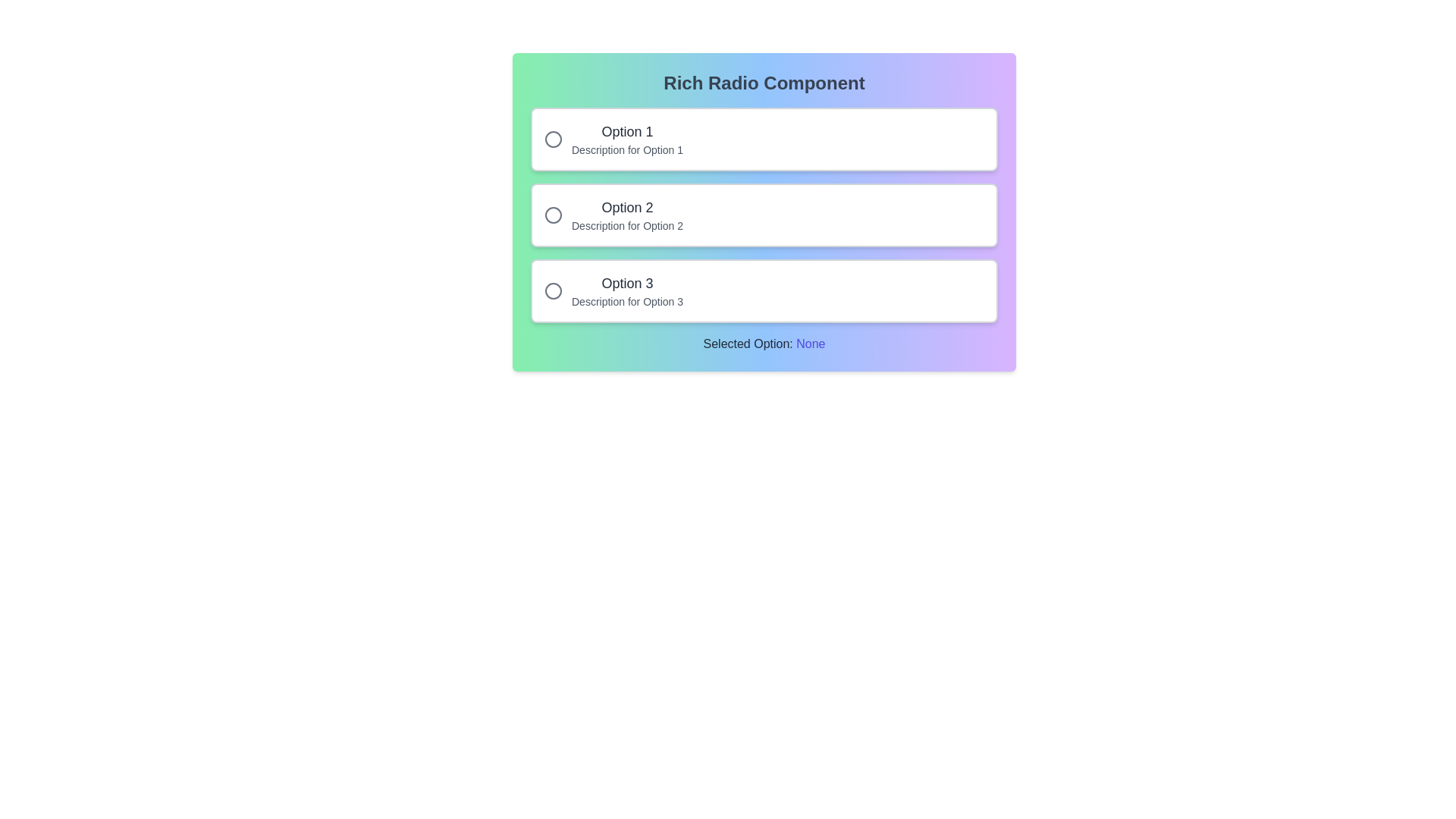 This screenshot has height=819, width=1456. Describe the element at coordinates (810, 344) in the screenshot. I see `the text label displaying the current selection status, which shows 'None' as part of the phrase 'Selected Option: None'` at that location.